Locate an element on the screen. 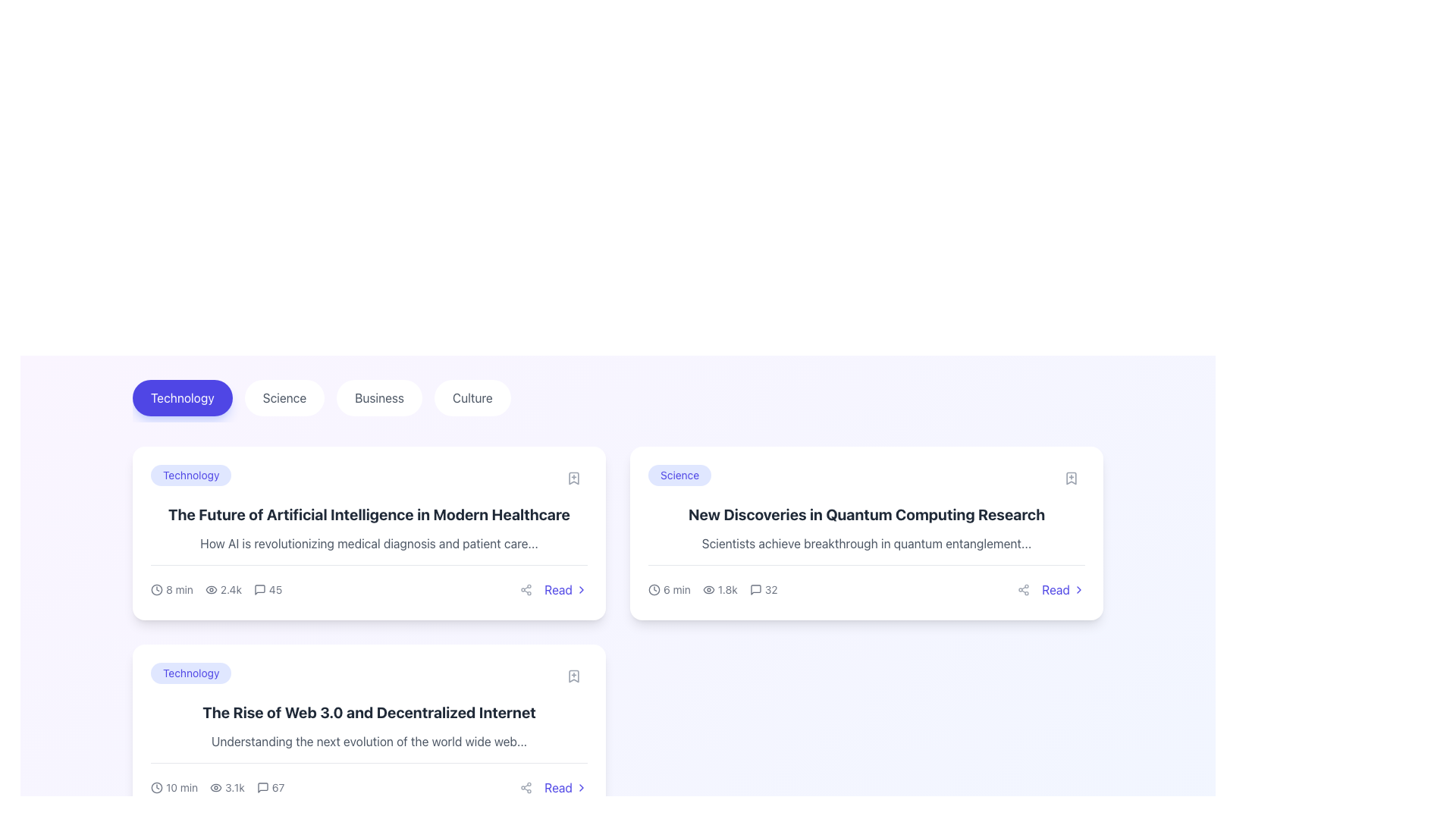  the circular vector graphic icon located within the SVG structure near the '10 min' text below the title 'The Rise of Web 3.0 and Decentralized Internet' is located at coordinates (156, 786).